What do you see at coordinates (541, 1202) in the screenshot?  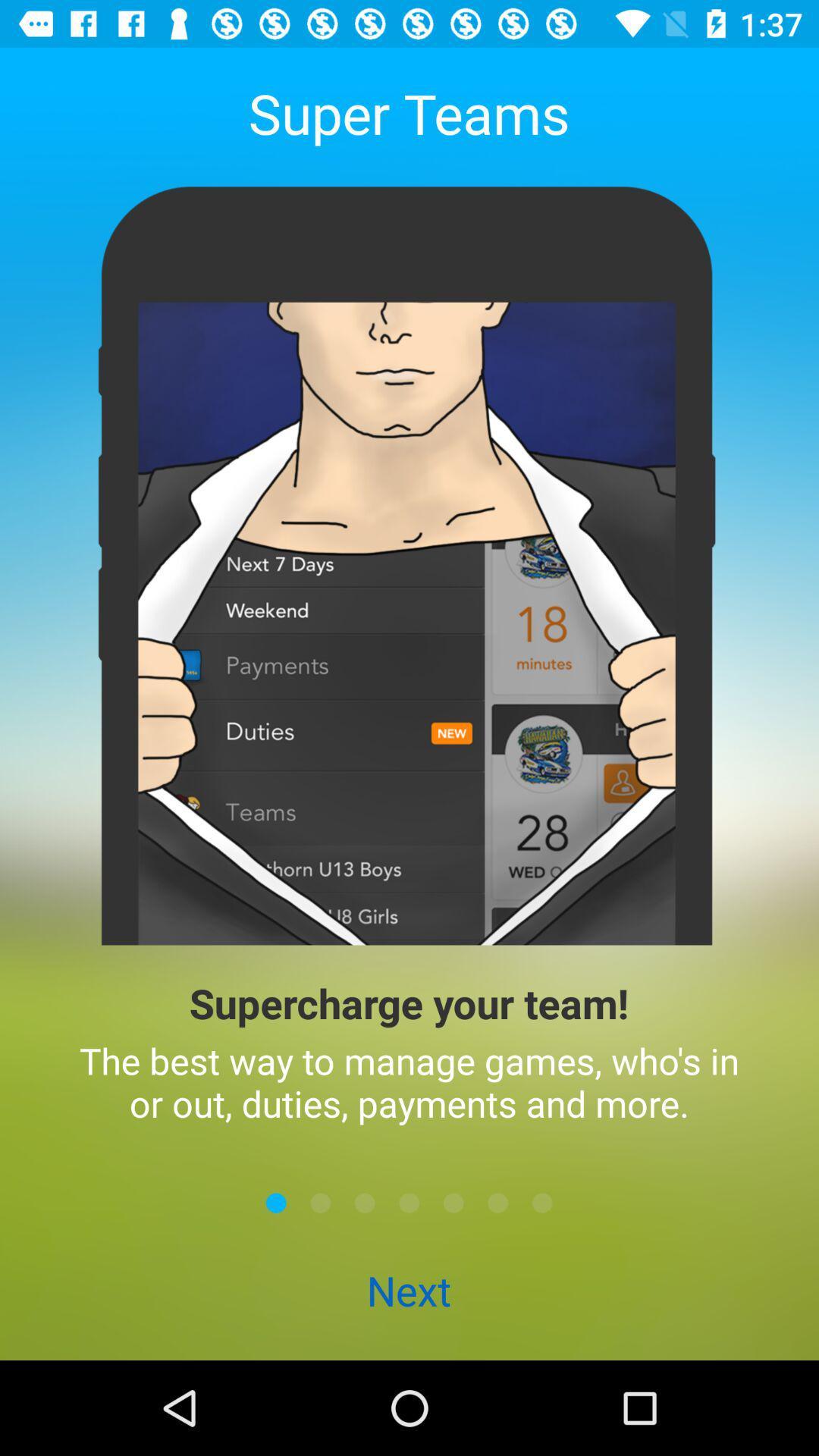 I see `last panel` at bounding box center [541, 1202].